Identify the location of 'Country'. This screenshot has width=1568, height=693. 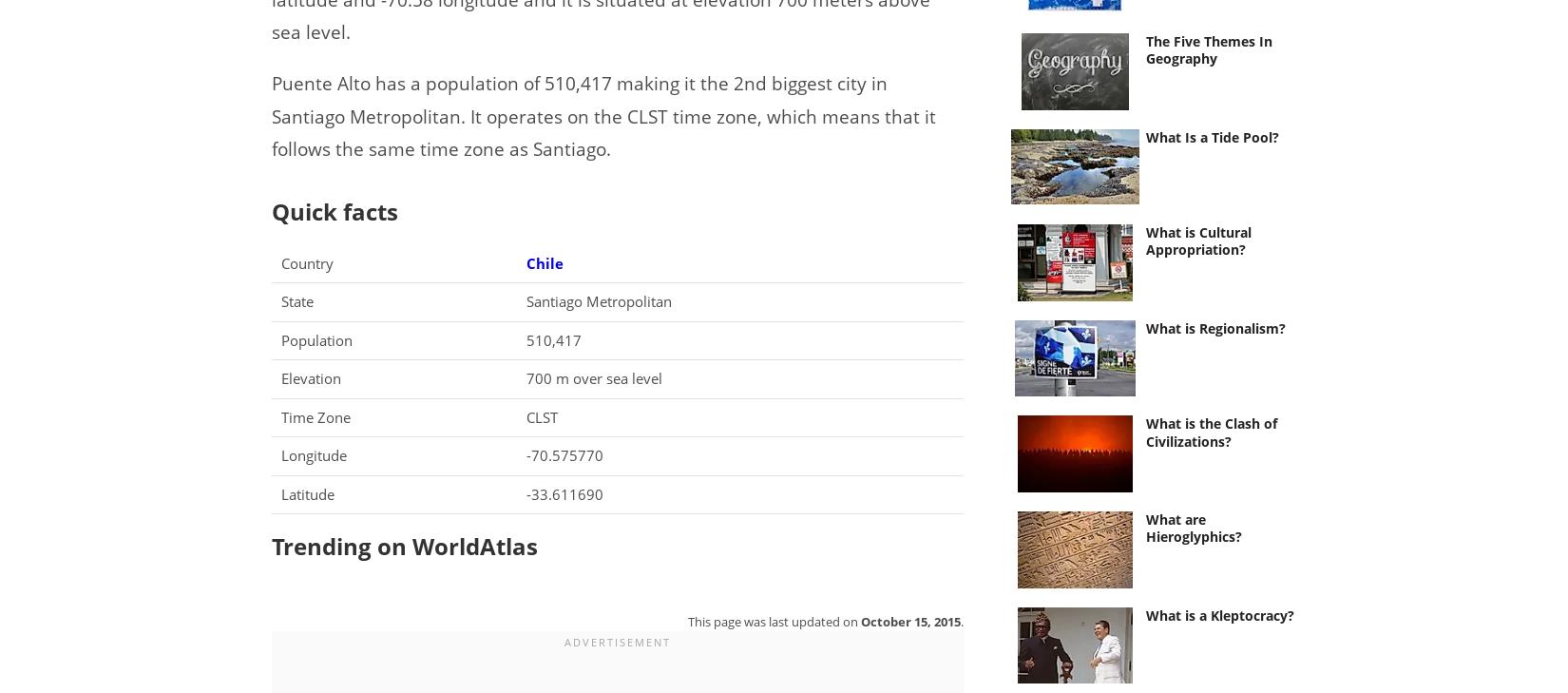
(307, 260).